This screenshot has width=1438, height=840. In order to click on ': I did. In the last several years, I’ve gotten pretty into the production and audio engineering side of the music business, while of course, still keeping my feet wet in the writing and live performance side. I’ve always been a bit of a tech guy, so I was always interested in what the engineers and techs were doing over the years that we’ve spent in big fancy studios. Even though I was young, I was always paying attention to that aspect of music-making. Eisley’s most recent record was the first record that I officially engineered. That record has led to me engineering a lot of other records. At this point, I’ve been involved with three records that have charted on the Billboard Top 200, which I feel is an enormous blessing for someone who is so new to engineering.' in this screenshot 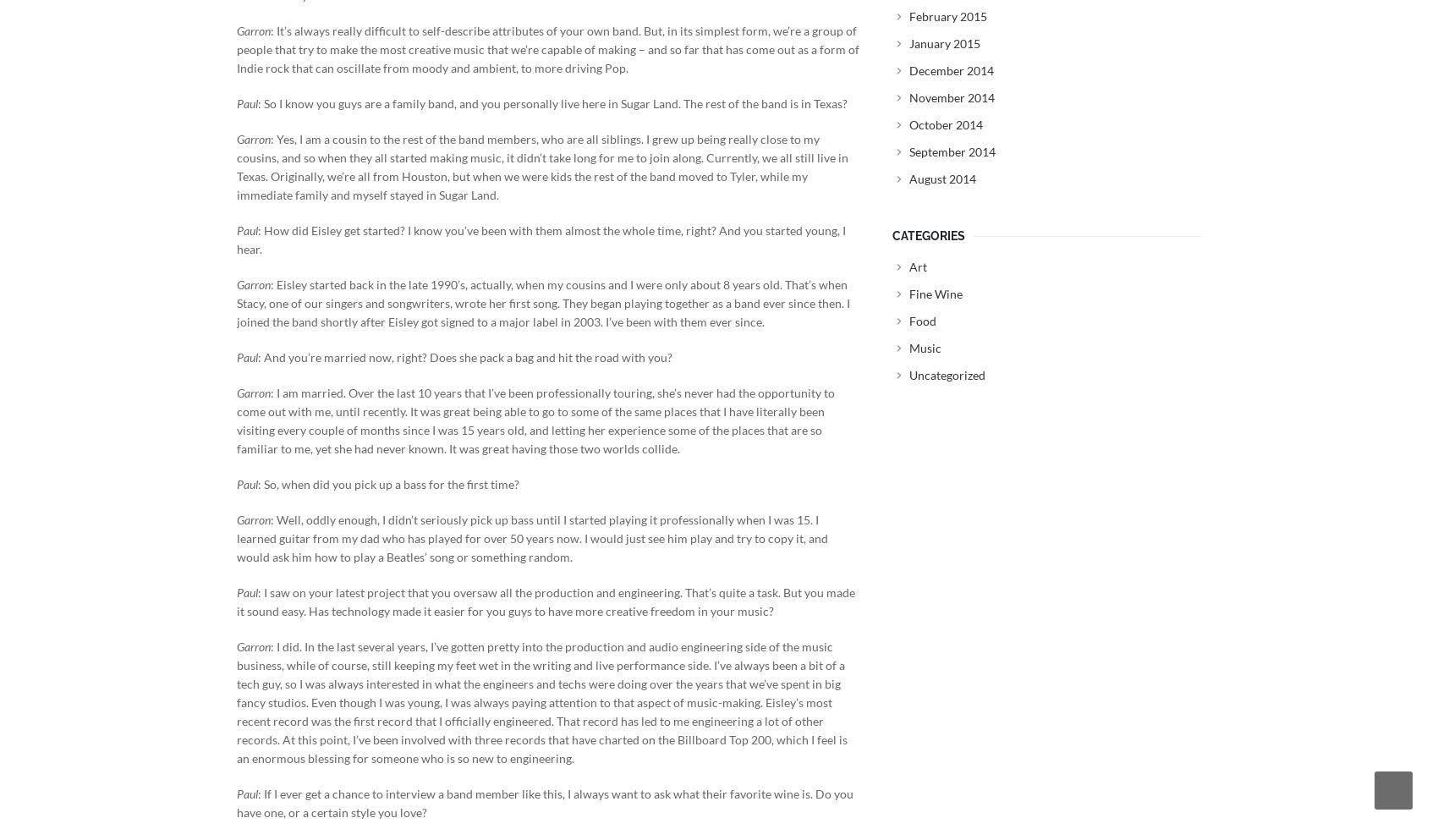, I will do `click(542, 701)`.